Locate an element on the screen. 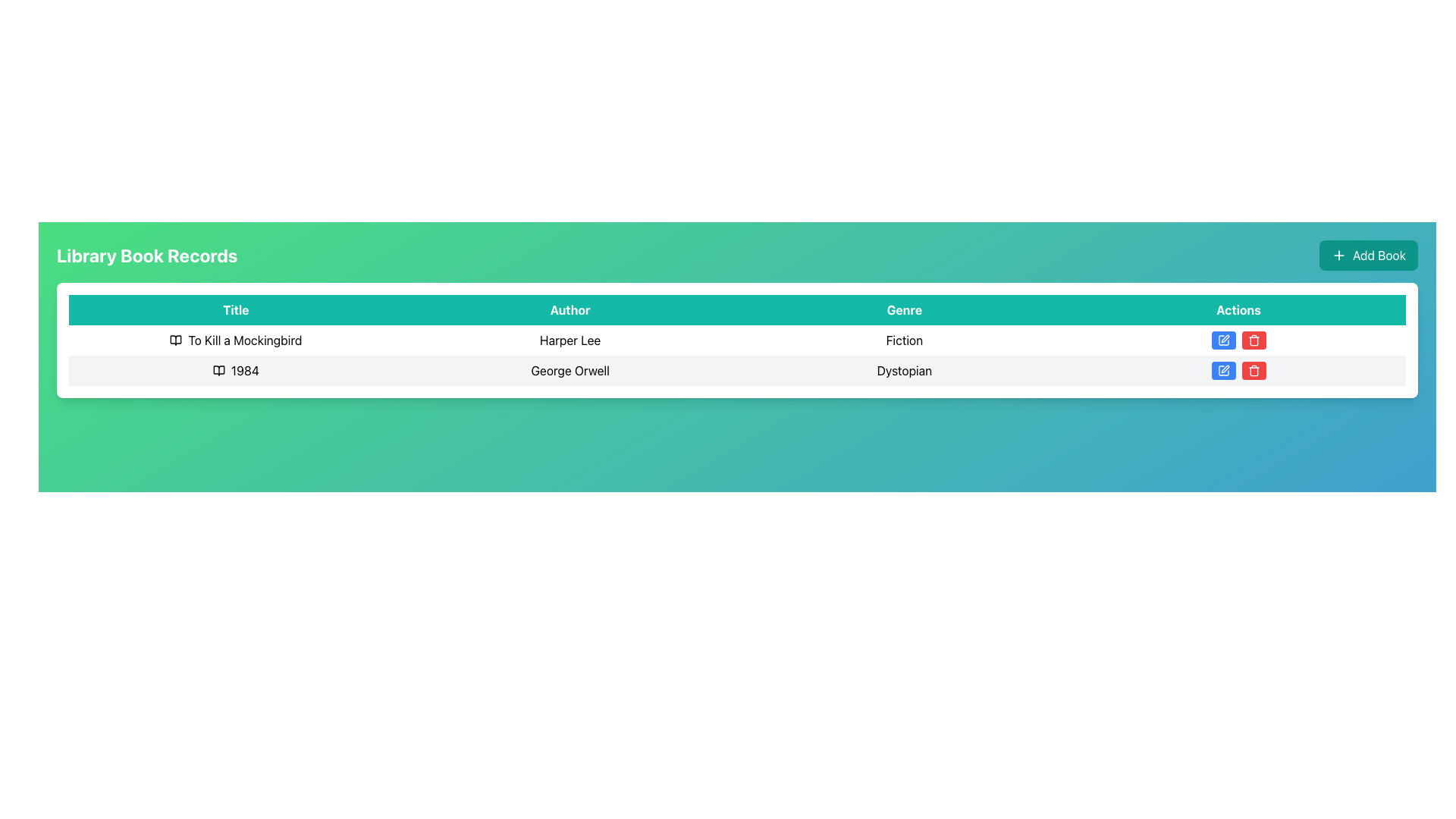 This screenshot has width=1456, height=819. the delete icon located in the 'Actions' section of the second row of the table, aligned to the right next to the blue edit icon is located at coordinates (1254, 372).